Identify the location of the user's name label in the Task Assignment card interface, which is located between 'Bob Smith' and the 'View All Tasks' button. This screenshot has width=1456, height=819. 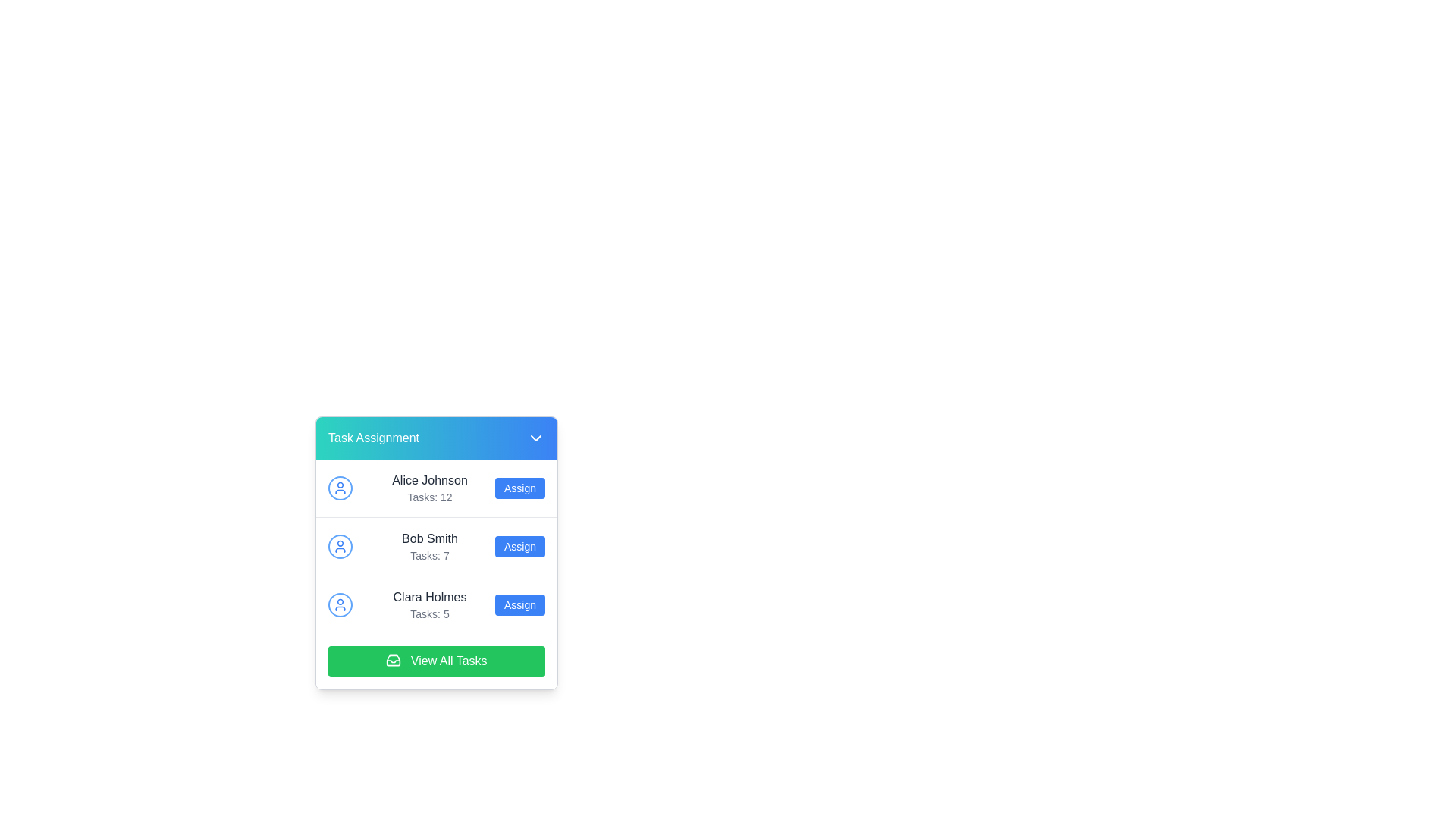
(428, 596).